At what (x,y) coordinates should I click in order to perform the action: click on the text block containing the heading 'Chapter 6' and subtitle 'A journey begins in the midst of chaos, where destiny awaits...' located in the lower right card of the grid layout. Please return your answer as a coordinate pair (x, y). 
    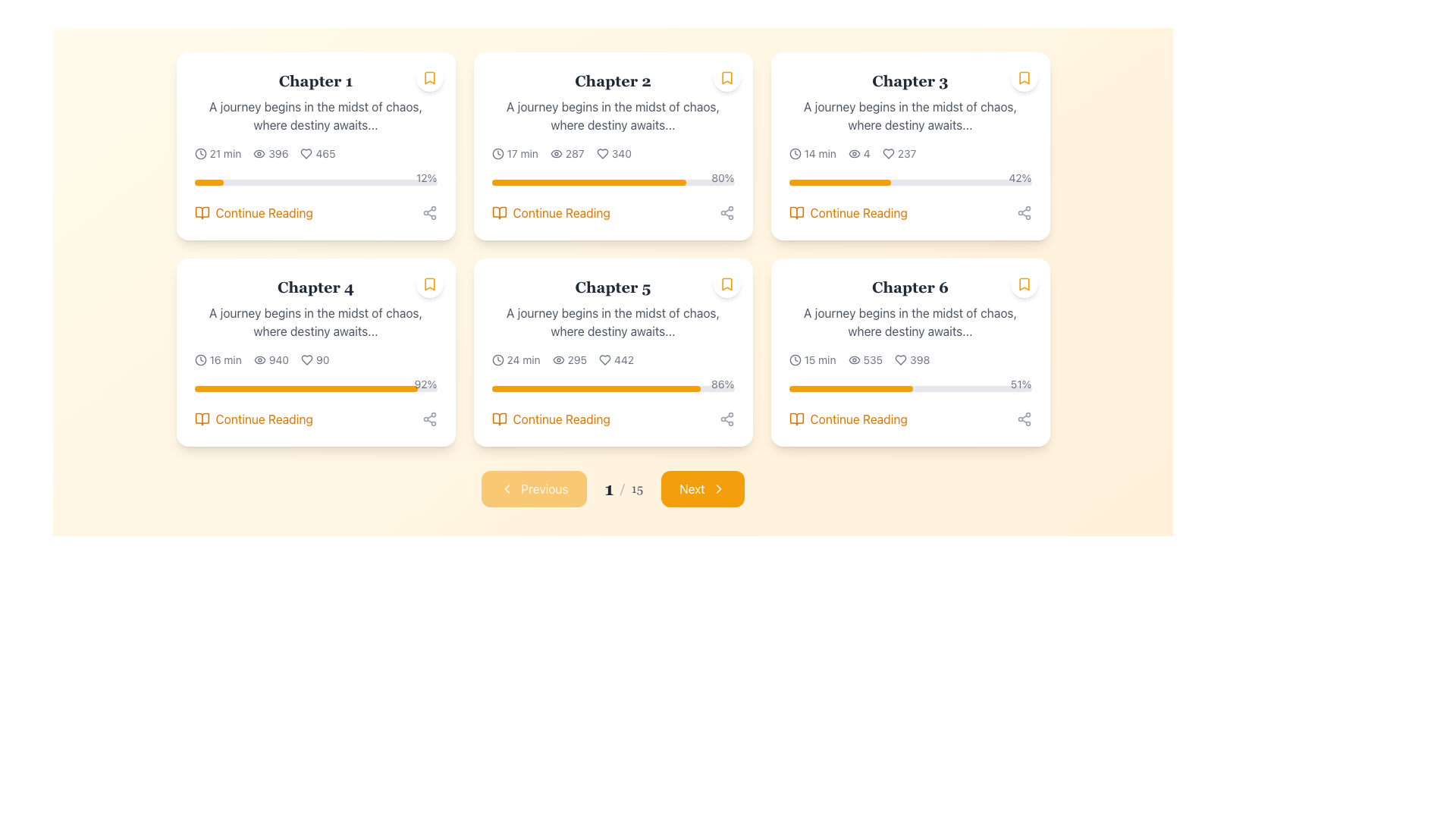
    Looking at the image, I should click on (910, 308).